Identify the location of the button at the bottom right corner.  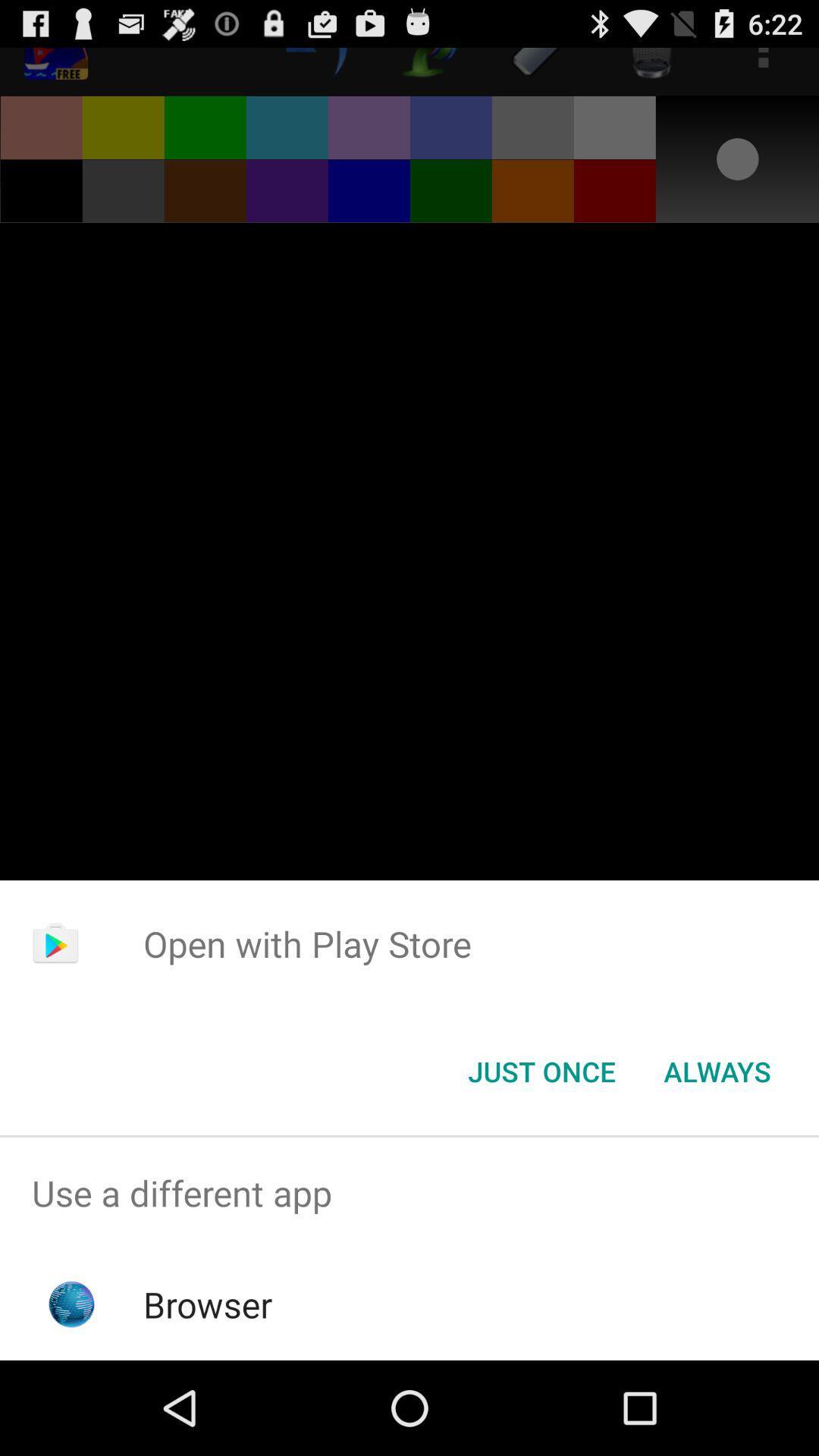
(717, 1070).